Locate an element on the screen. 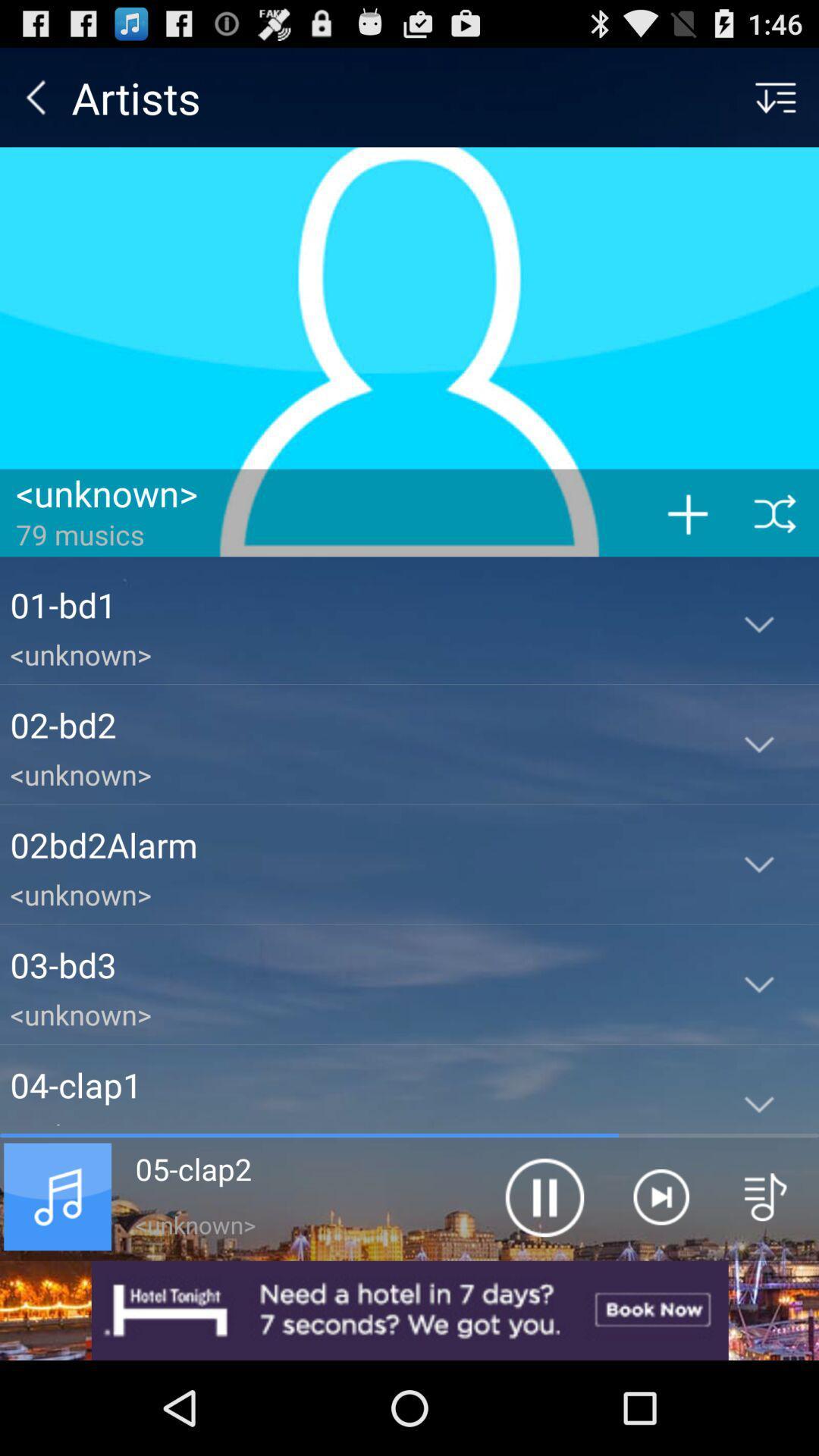 Image resolution: width=819 pixels, height=1456 pixels. the 04-clap1 app is located at coordinates (354, 1084).